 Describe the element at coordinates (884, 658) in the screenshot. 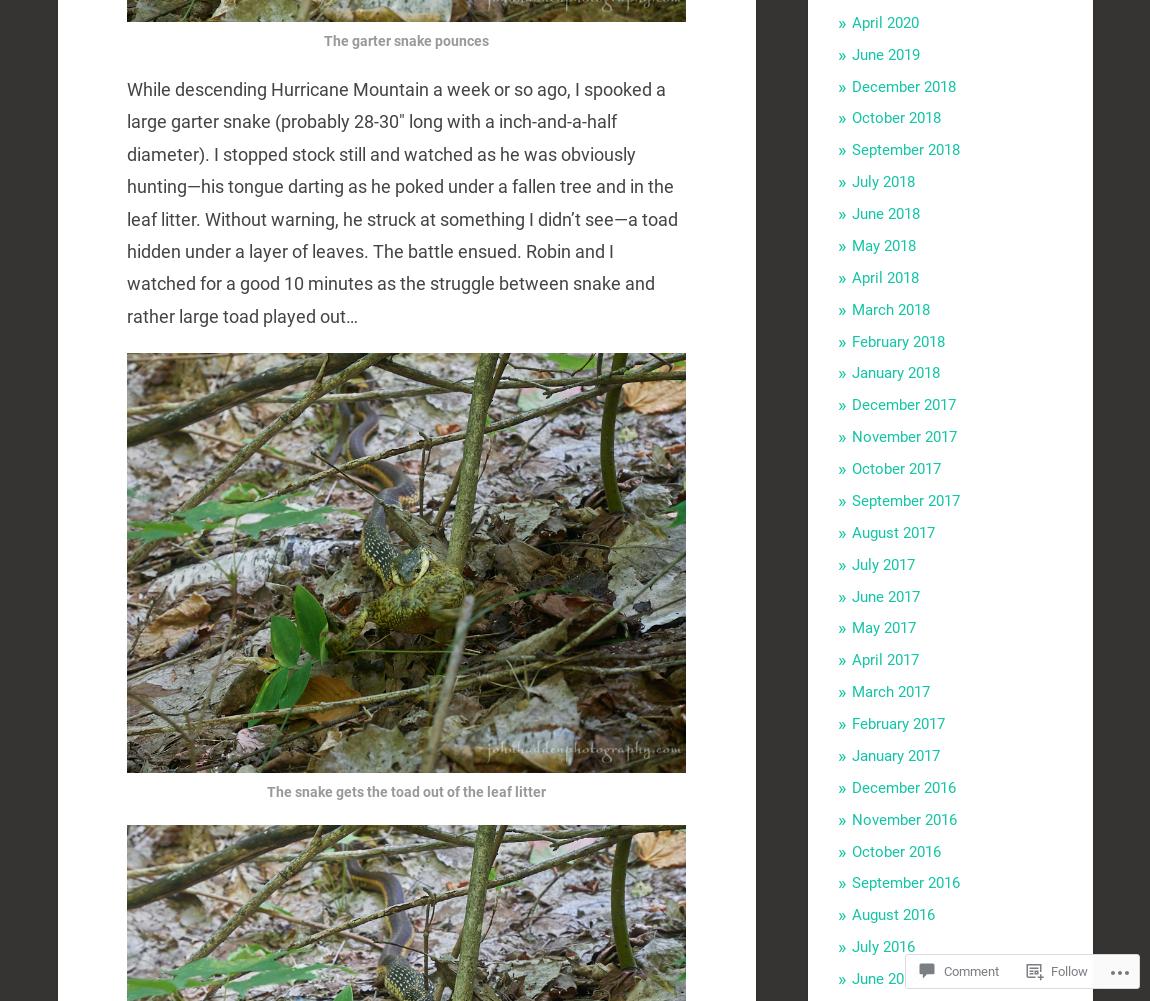

I see `'April 2017'` at that location.